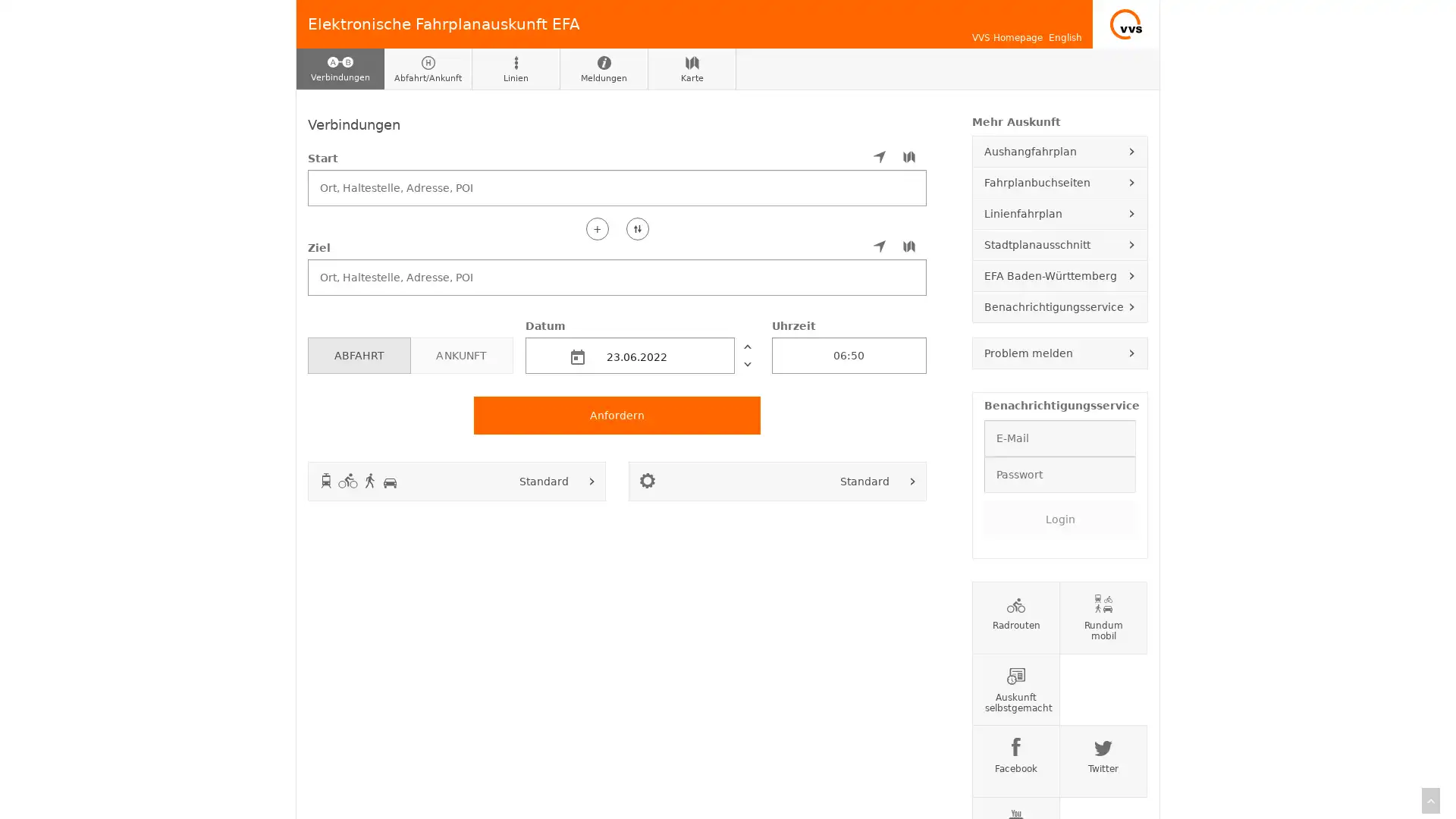 Image resolution: width=1456 pixels, height=819 pixels. I want to click on +, so click(596, 227).